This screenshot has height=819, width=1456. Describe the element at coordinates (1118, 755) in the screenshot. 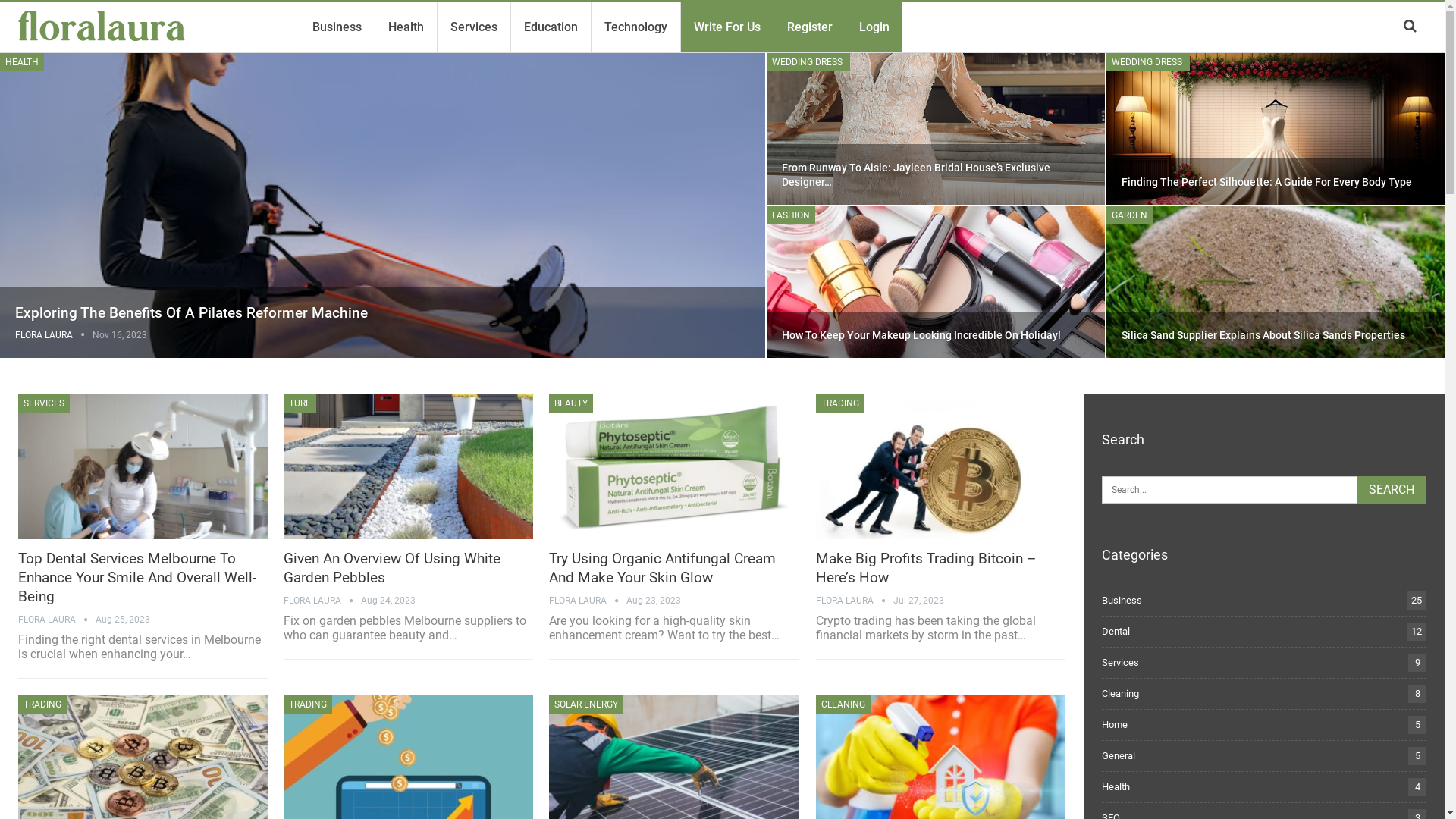

I see `'General` at that location.